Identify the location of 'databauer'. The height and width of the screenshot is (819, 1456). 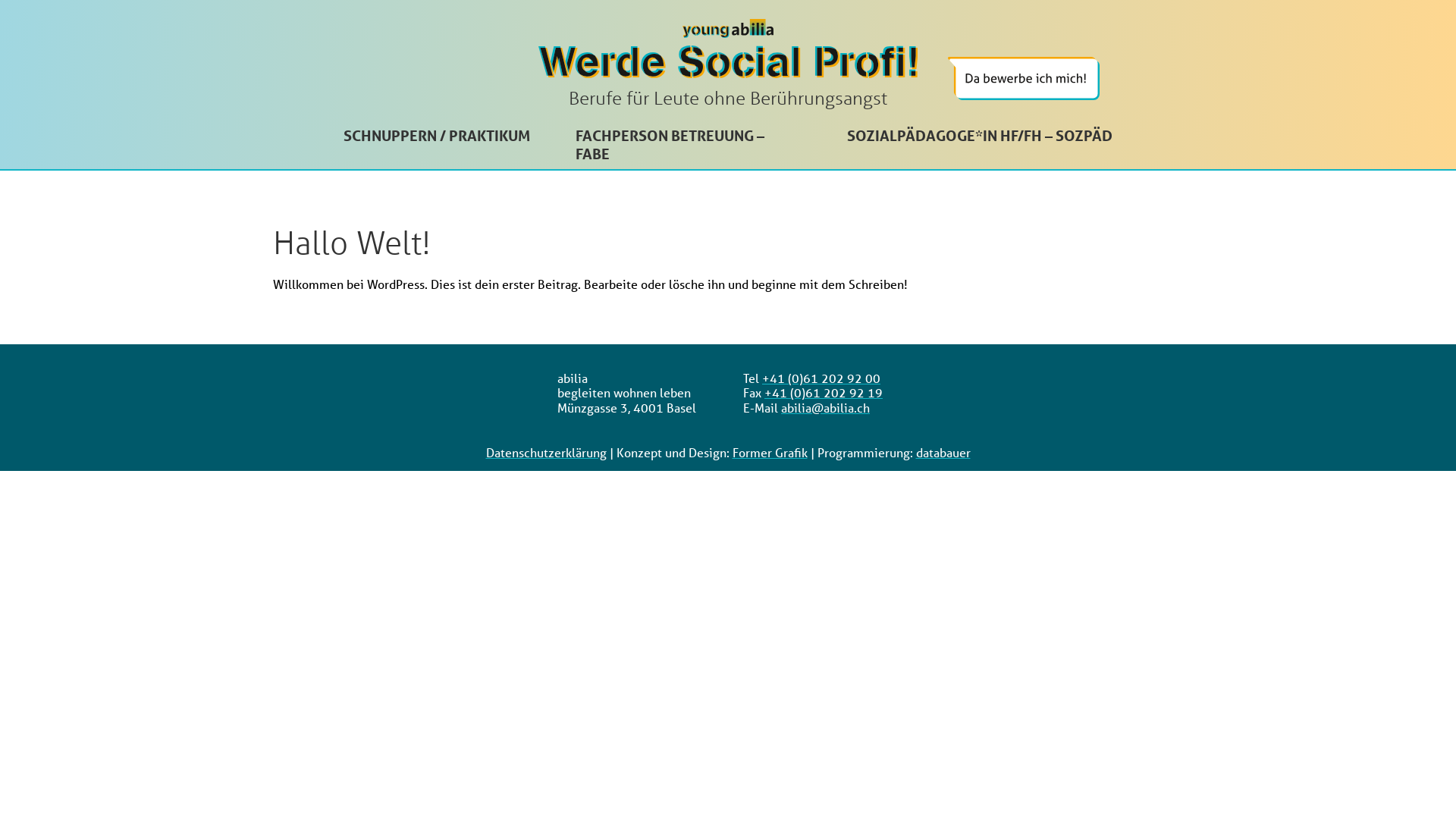
(942, 451).